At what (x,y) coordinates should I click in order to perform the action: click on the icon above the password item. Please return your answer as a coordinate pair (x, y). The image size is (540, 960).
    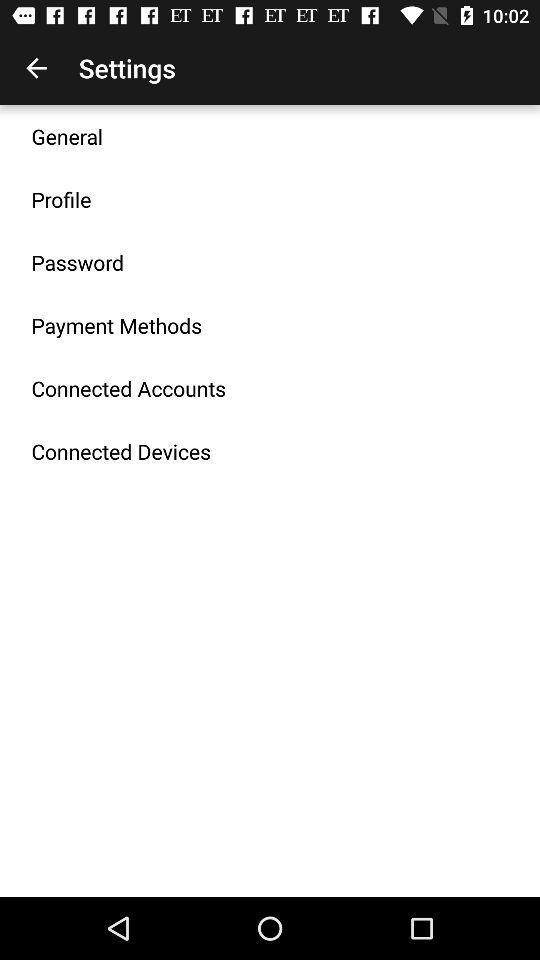
    Looking at the image, I should click on (61, 199).